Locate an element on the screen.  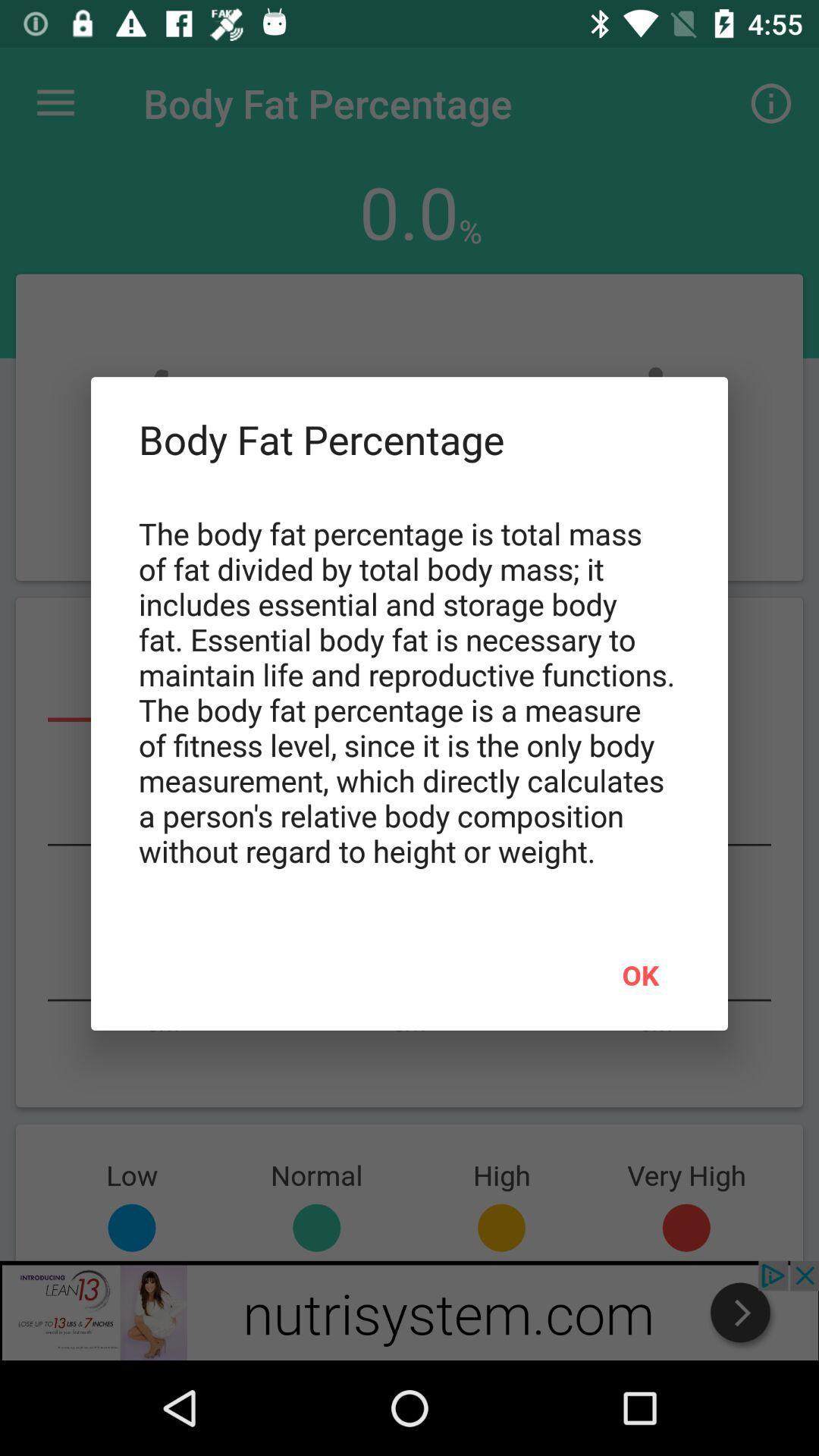
ok is located at coordinates (640, 974).